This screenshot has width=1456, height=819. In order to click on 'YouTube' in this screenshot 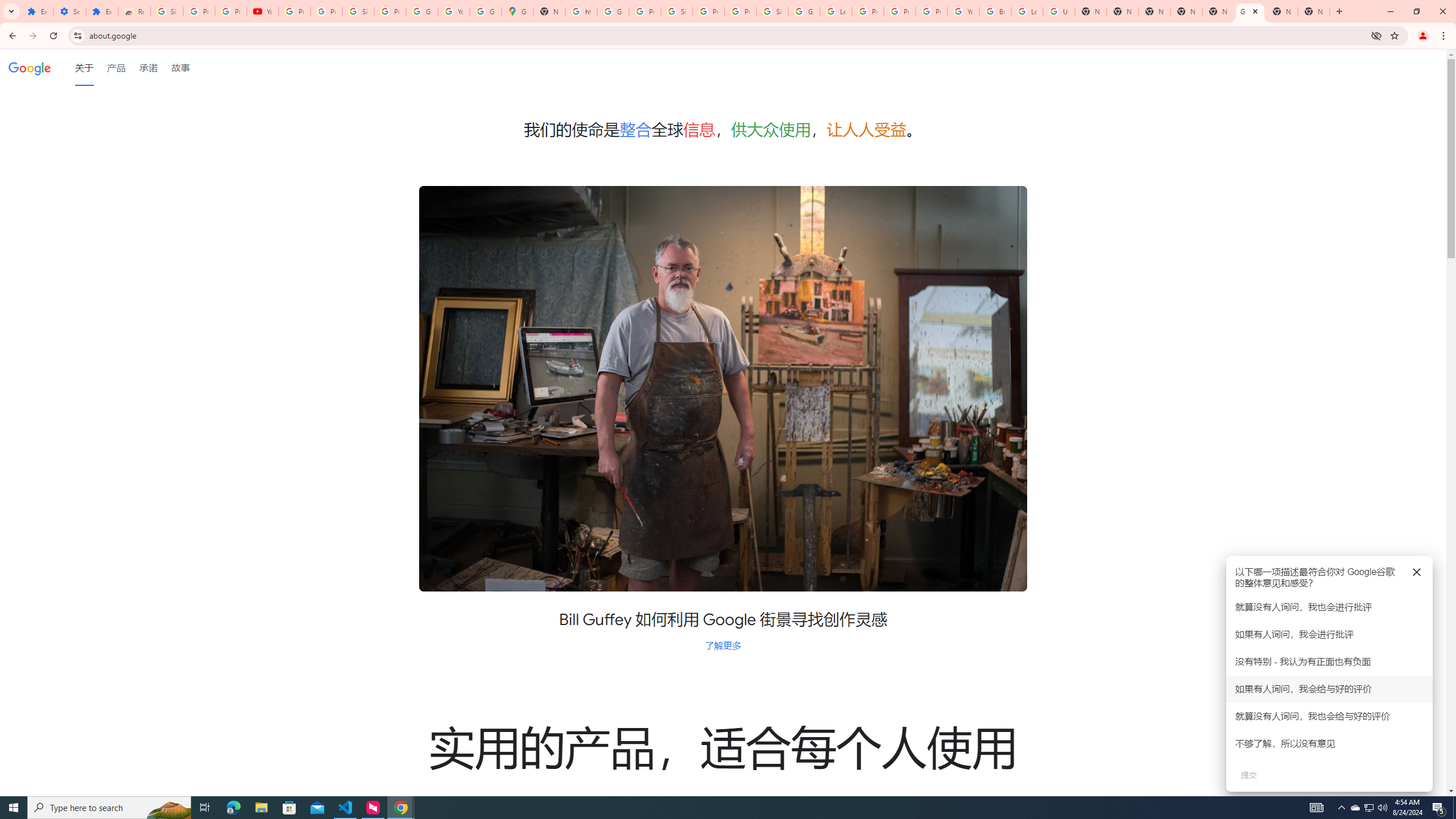, I will do `click(262, 11)`.